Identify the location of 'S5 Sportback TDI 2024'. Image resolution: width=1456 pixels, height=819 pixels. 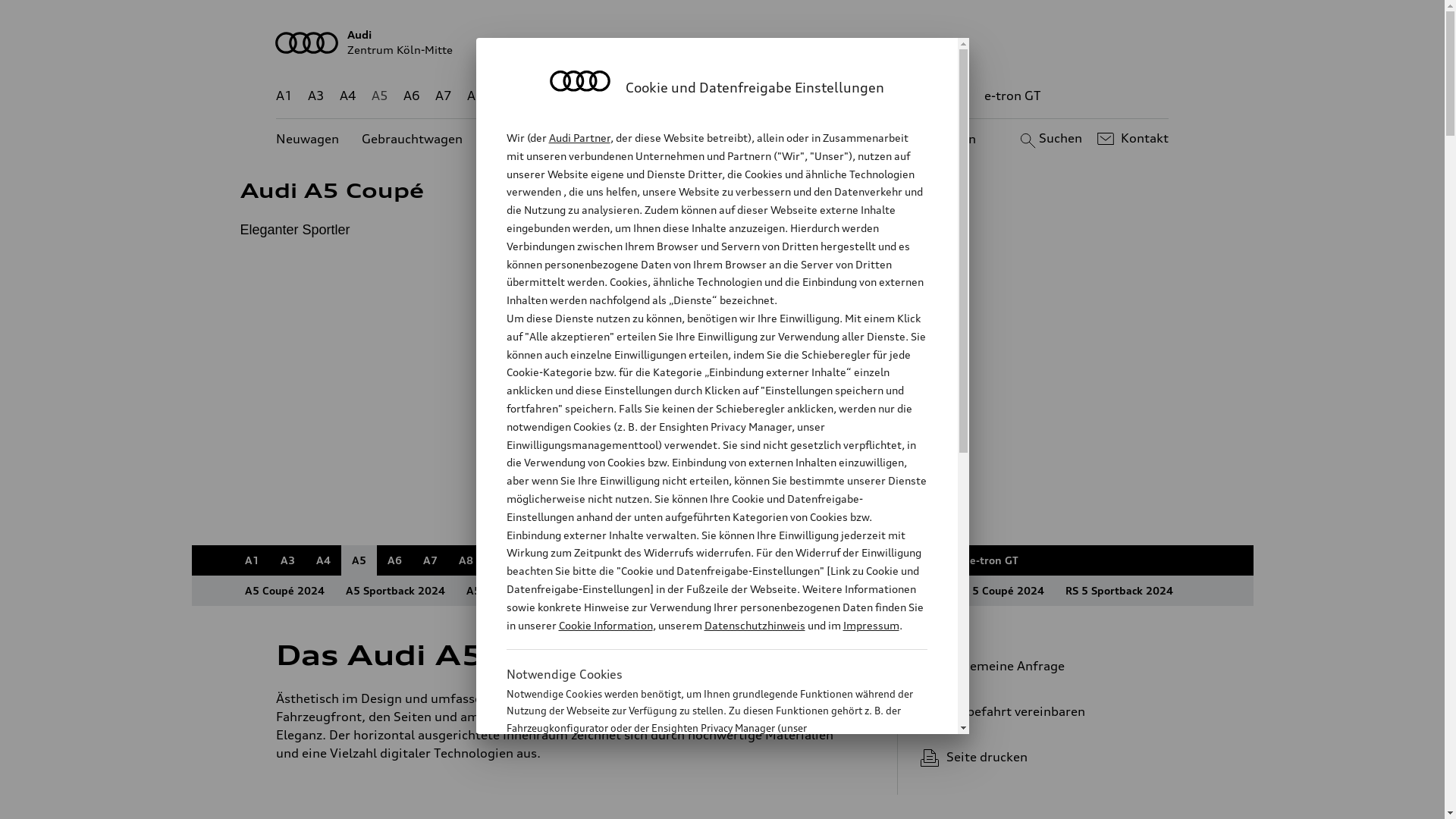
(691, 590).